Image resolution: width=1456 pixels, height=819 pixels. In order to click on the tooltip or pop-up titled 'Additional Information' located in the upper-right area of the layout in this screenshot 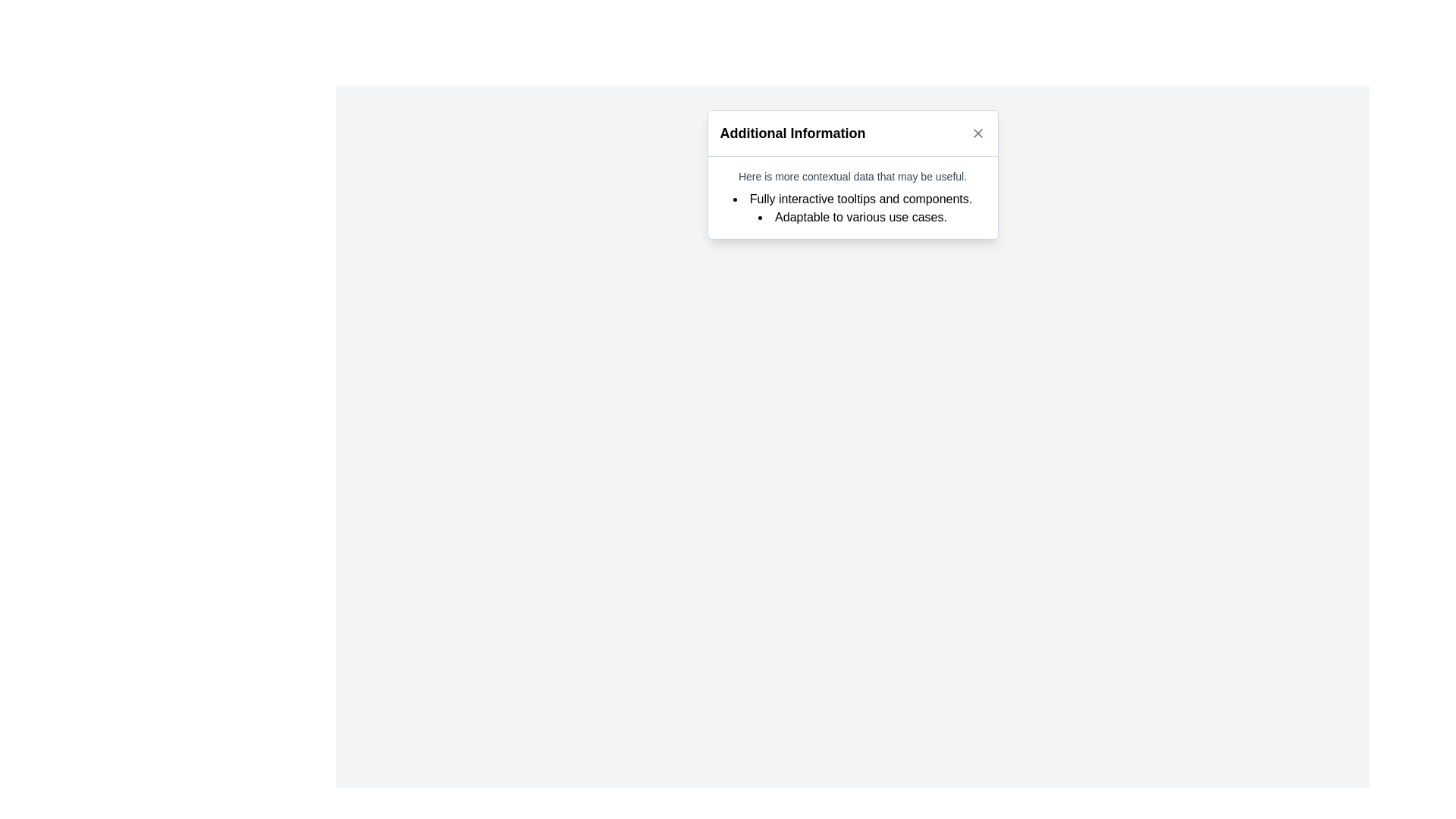, I will do `click(852, 174)`.